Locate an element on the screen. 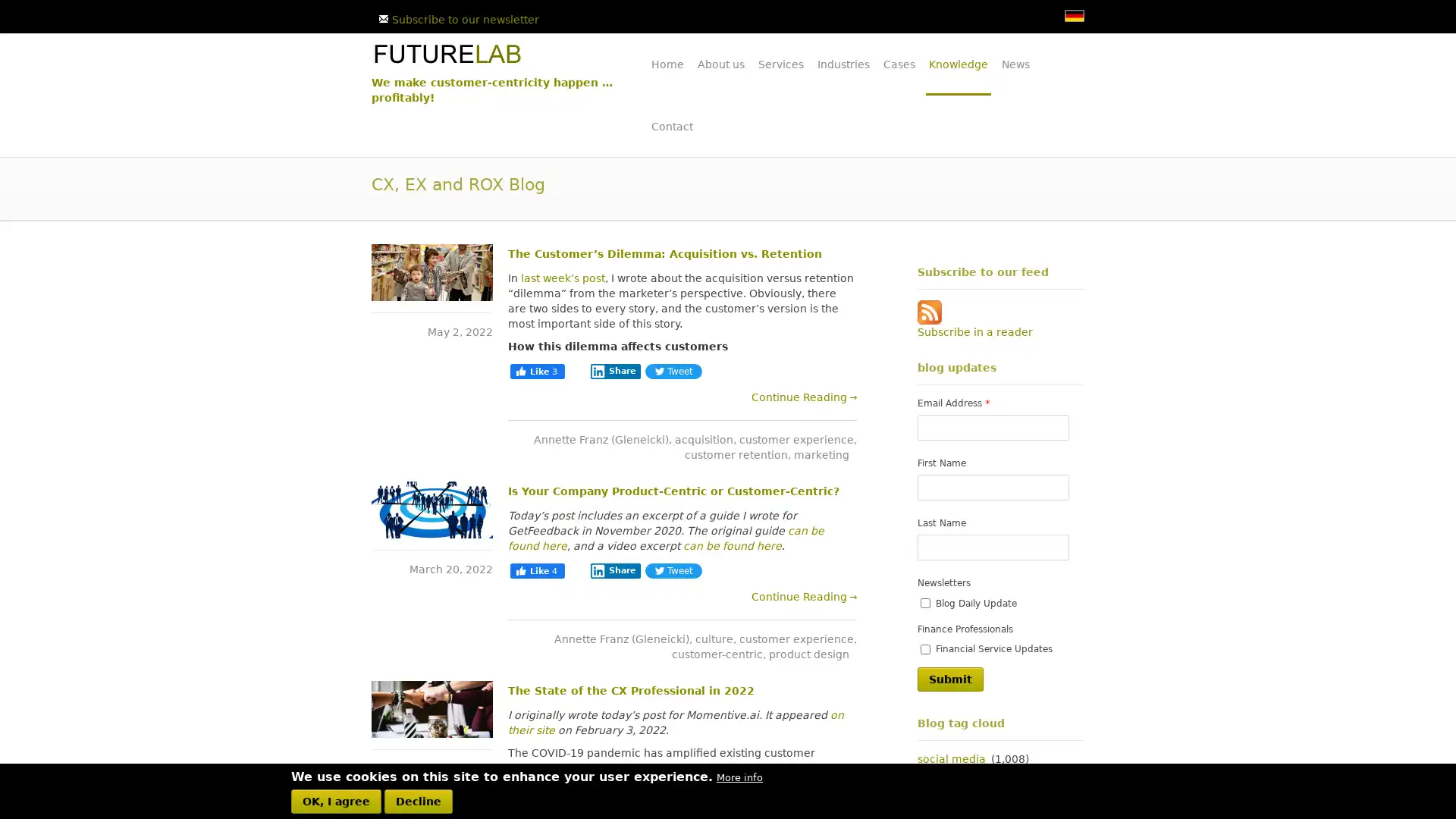 This screenshot has height=819, width=1456. Share is located at coordinates (615, 570).